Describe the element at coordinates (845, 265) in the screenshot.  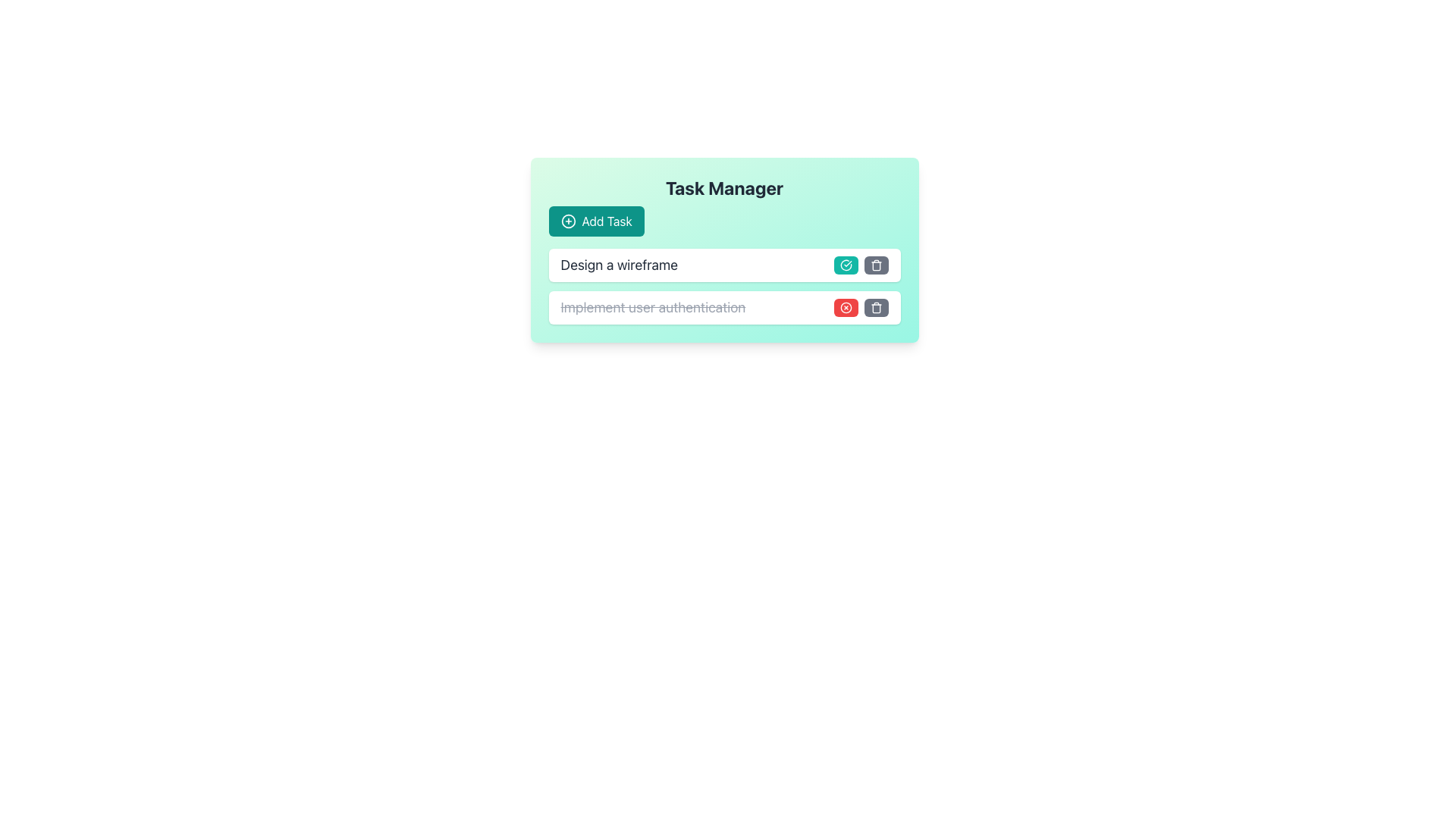
I see `the circular checkmark icon with a teal background located beside the 'Design a wireframe' task` at that location.